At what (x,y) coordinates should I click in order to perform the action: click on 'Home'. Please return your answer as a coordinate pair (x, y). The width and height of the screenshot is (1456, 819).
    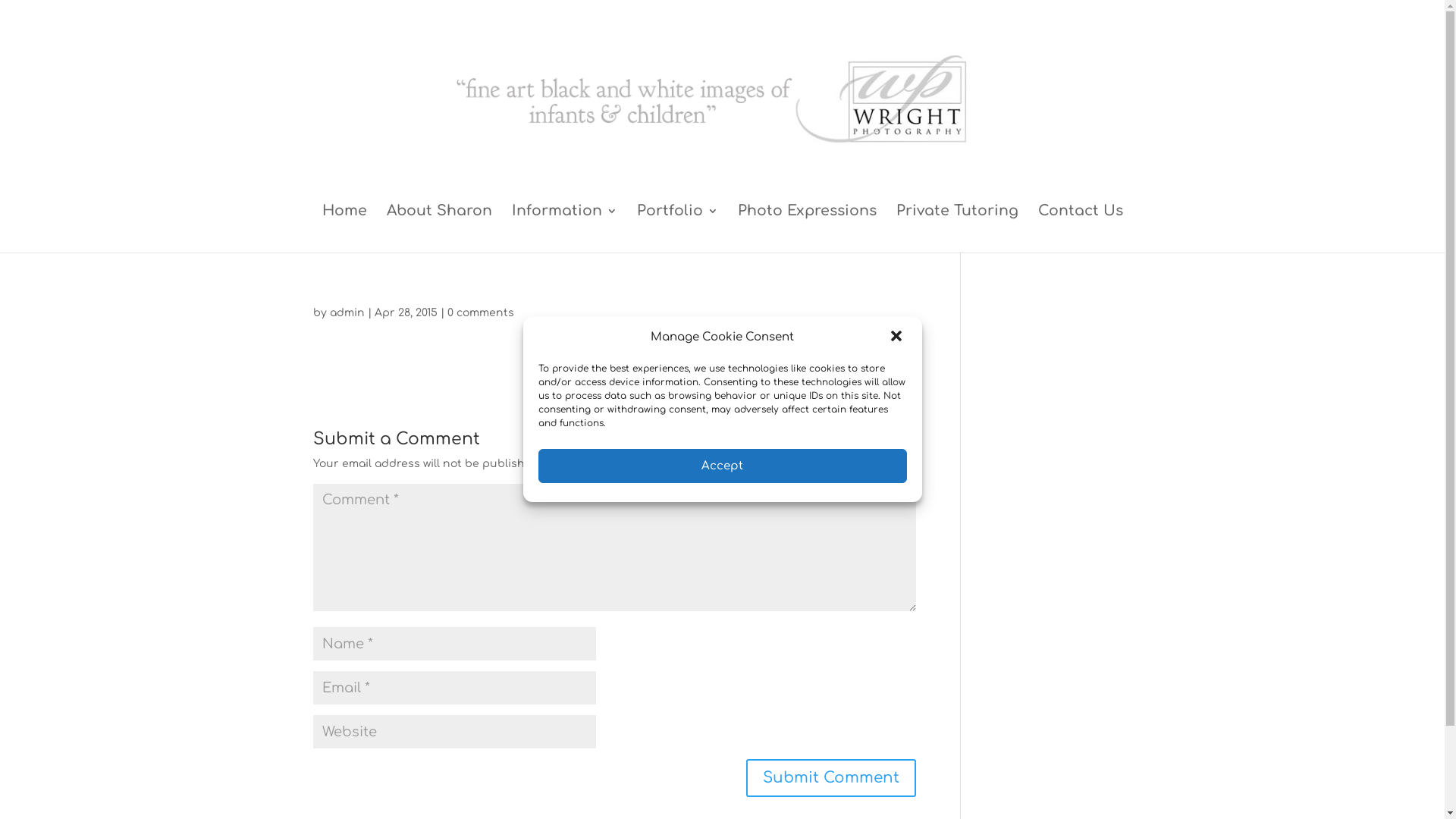
    Looking at the image, I should click on (343, 228).